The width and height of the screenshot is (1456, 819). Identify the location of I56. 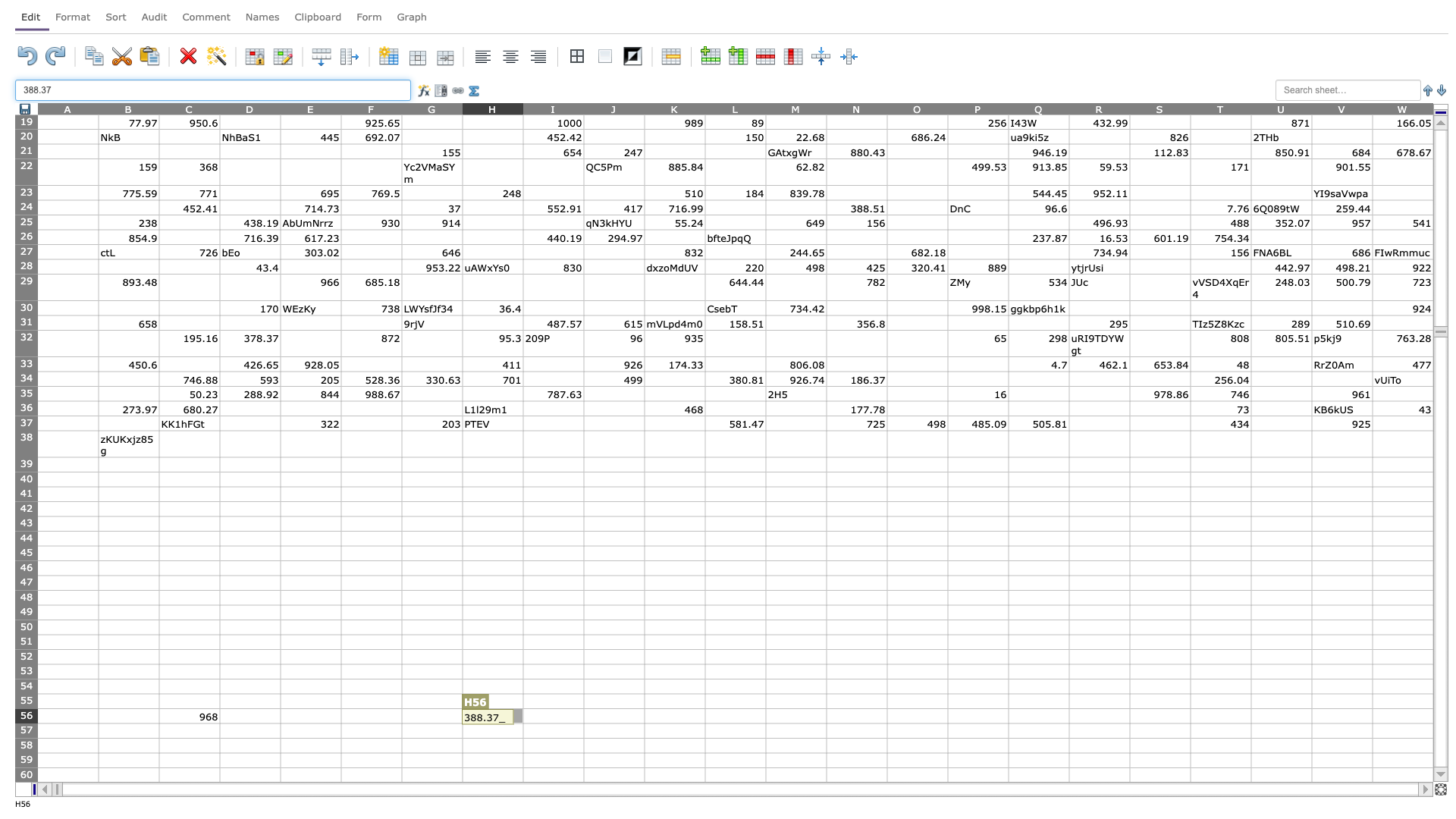
(552, 716).